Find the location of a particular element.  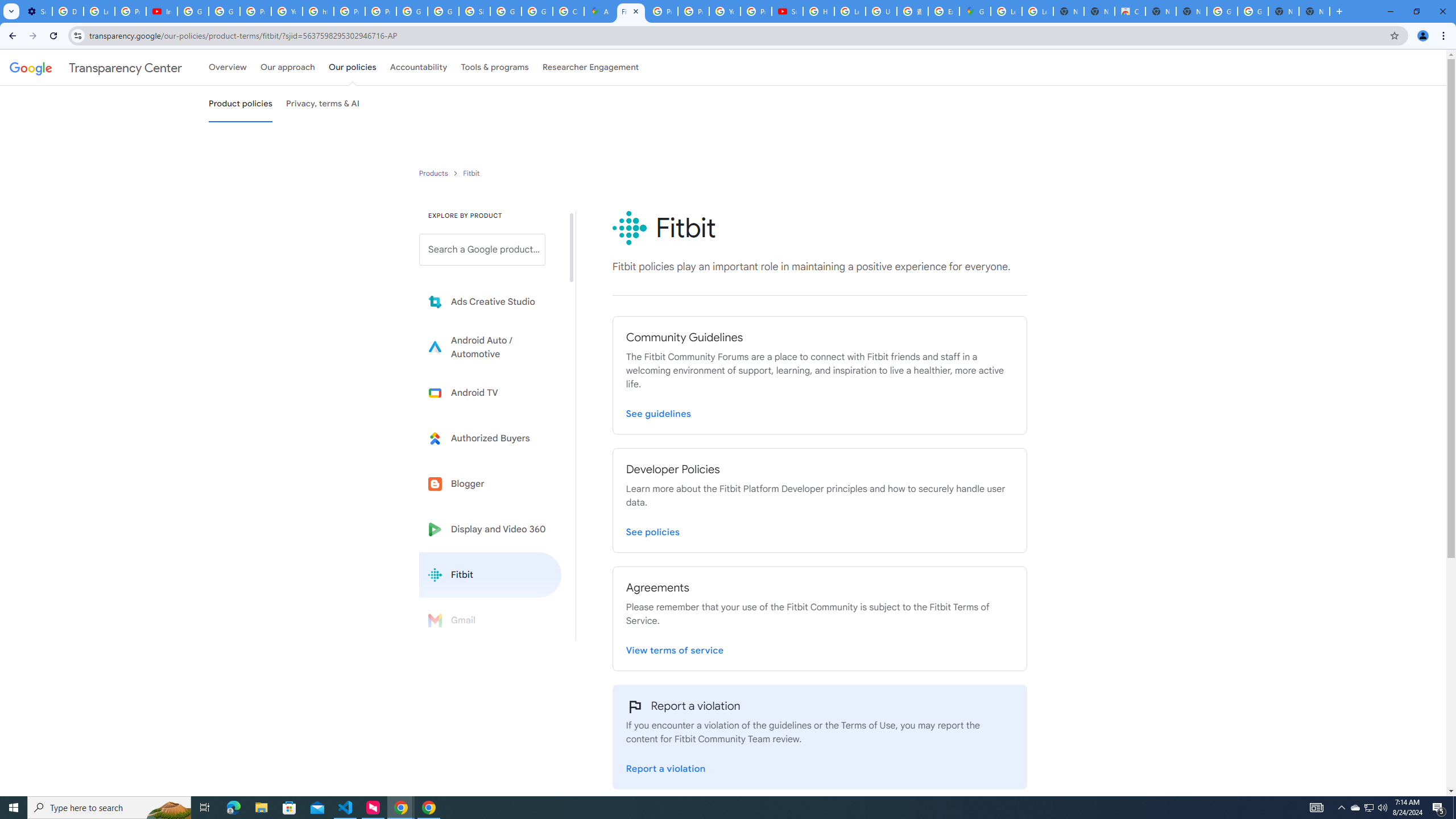

'Learn more about Ads Creative Studio' is located at coordinates (490, 302).